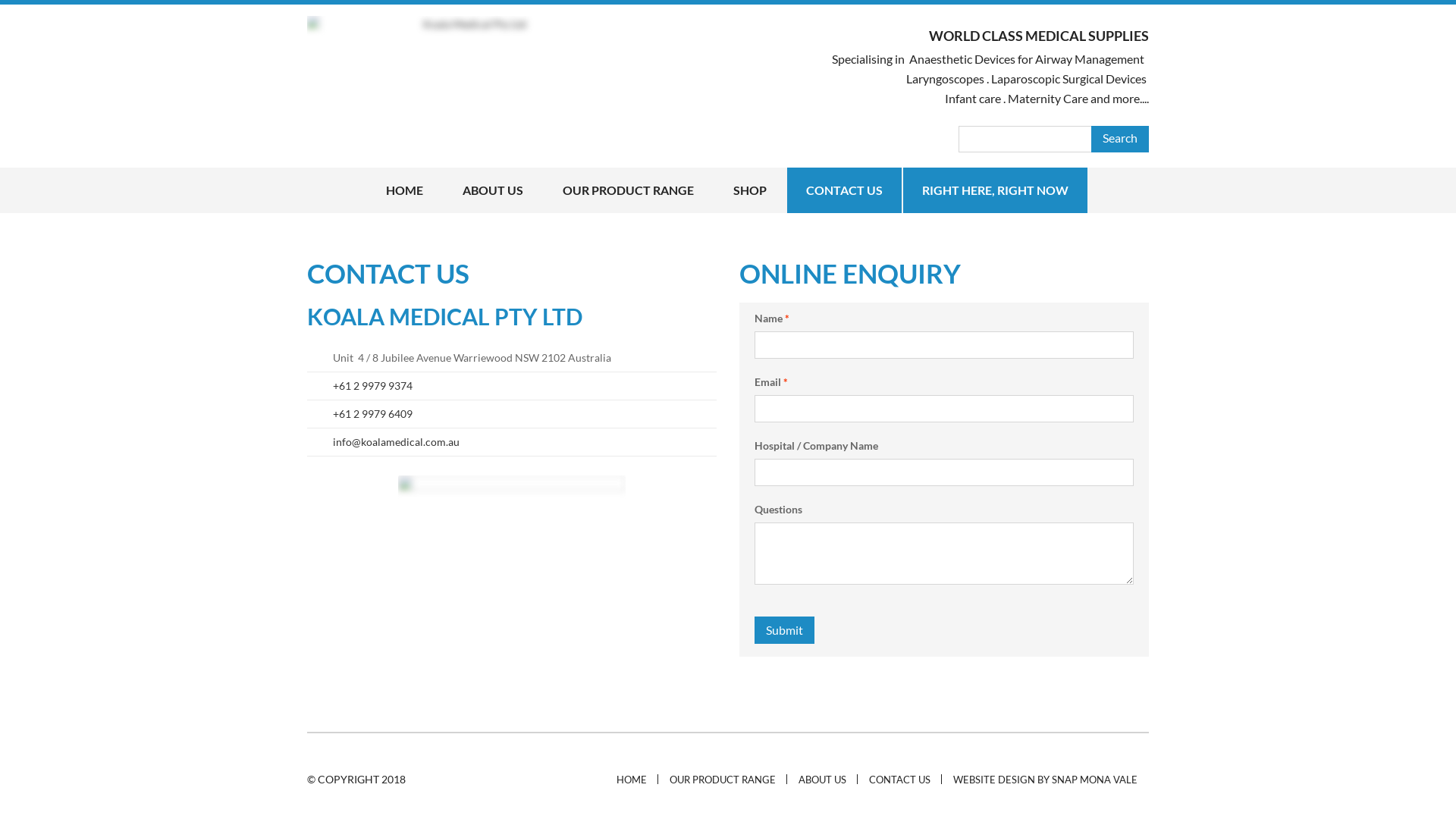 The height and width of the screenshot is (819, 1456). I want to click on '+61 2 9979 9374', so click(372, 384).